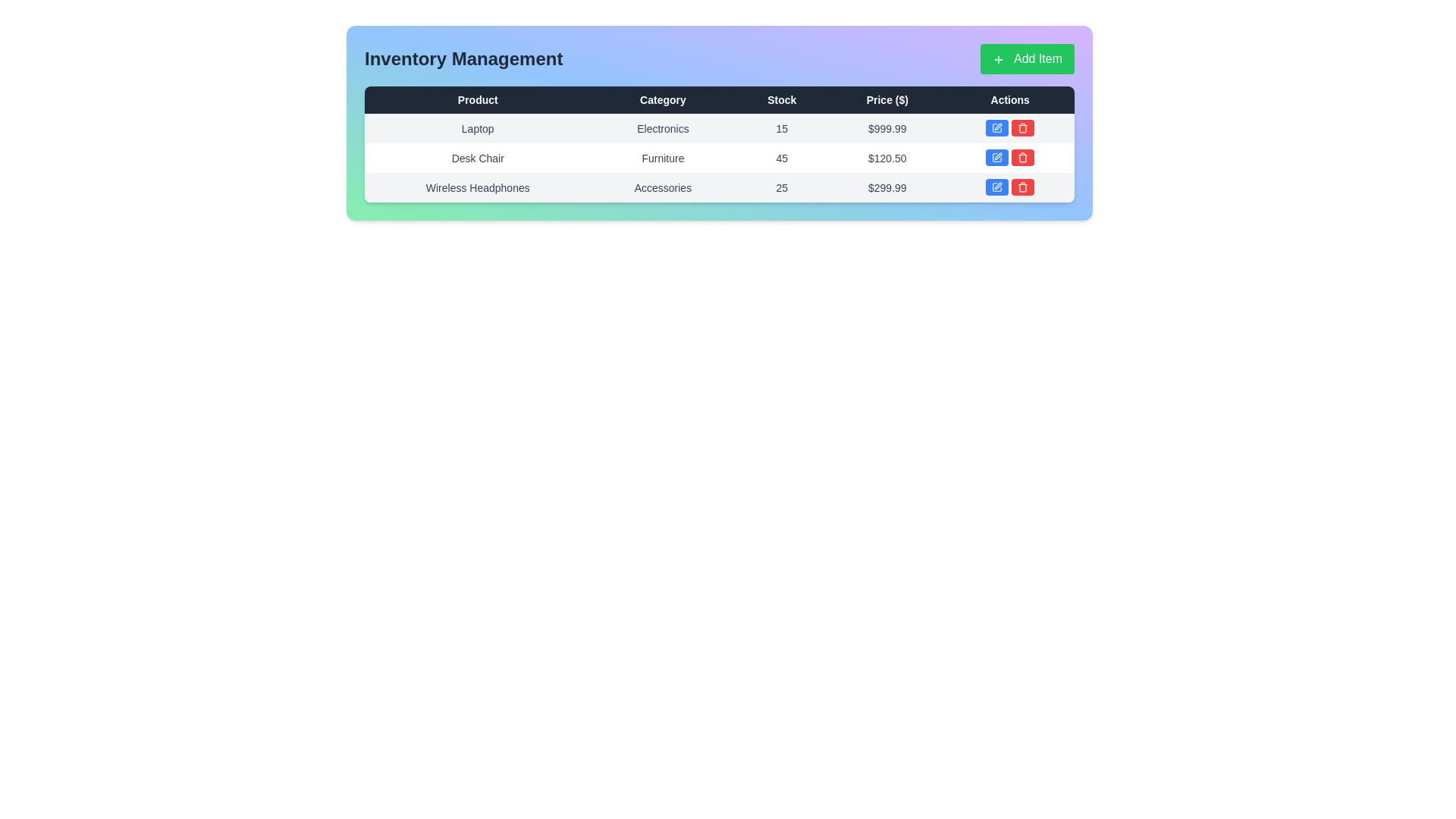 The height and width of the screenshot is (819, 1456). Describe the element at coordinates (663, 158) in the screenshot. I see `the 'Furniture' text label located in the Desk Chair row under the 'Category' column` at that location.